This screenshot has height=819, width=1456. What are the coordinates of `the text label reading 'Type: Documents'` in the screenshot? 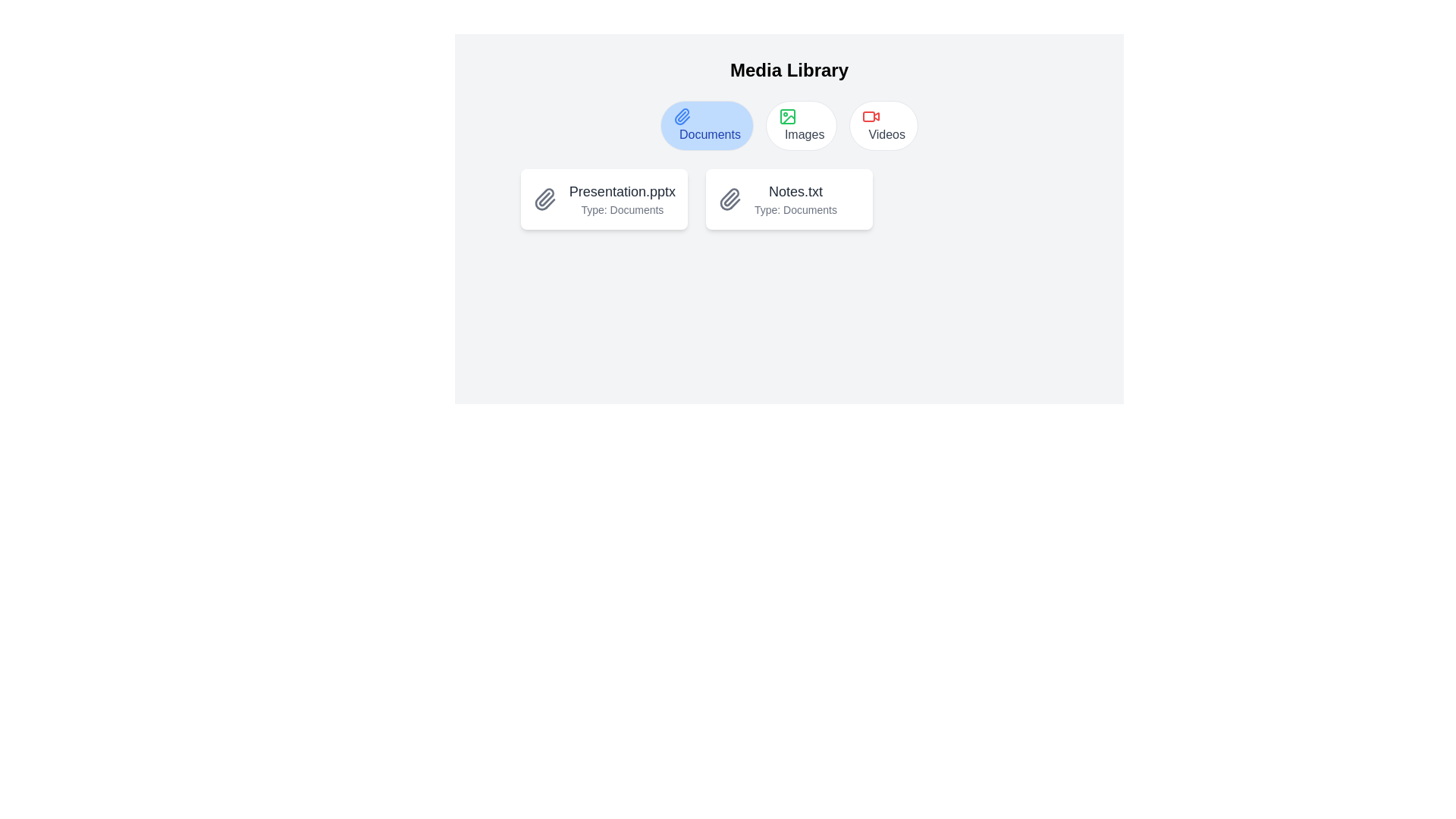 It's located at (795, 210).